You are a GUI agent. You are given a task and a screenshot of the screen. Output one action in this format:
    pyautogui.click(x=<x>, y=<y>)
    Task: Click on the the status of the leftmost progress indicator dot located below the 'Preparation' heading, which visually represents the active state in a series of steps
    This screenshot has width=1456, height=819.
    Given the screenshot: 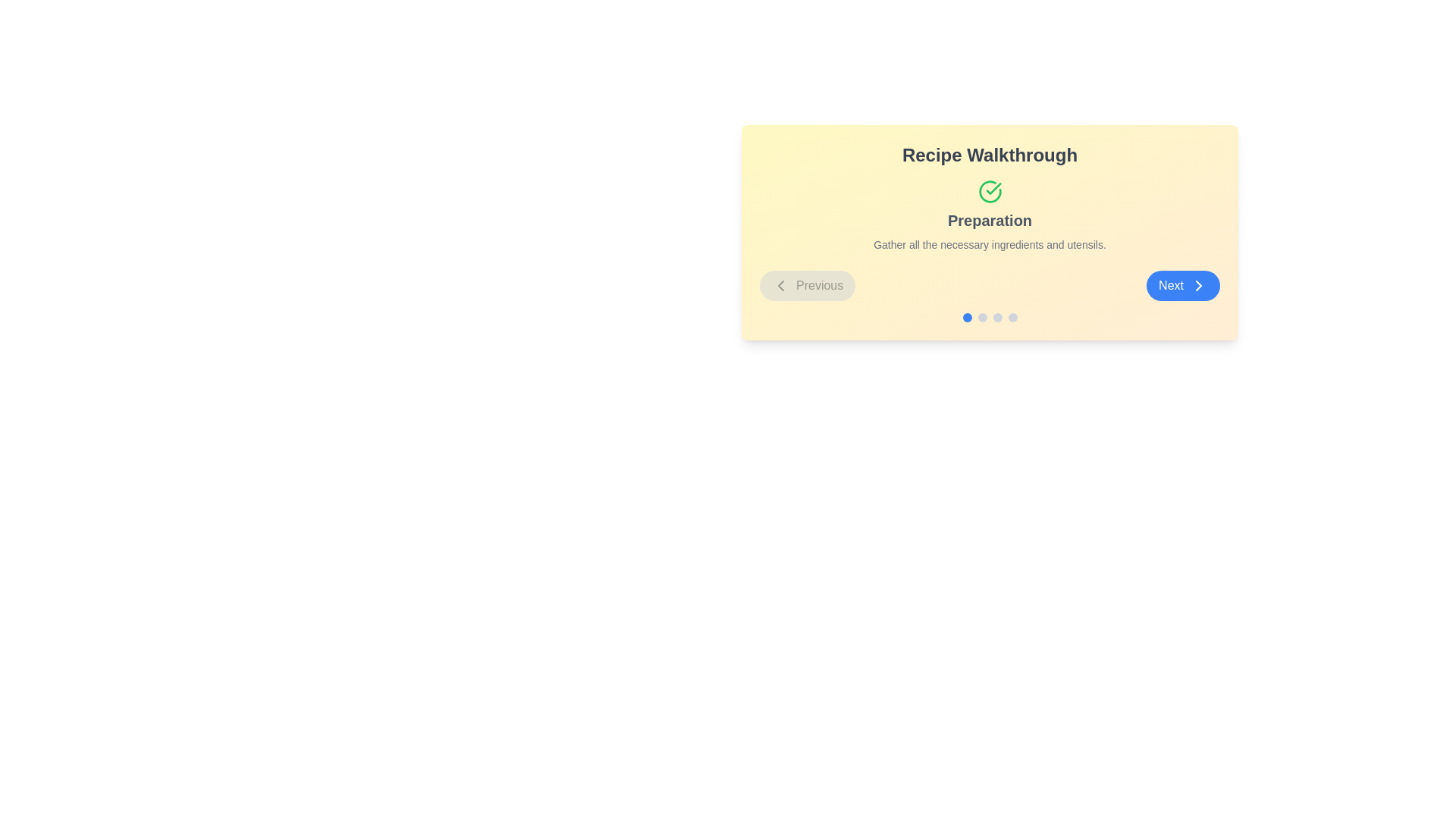 What is the action you would take?
    pyautogui.click(x=966, y=317)
    